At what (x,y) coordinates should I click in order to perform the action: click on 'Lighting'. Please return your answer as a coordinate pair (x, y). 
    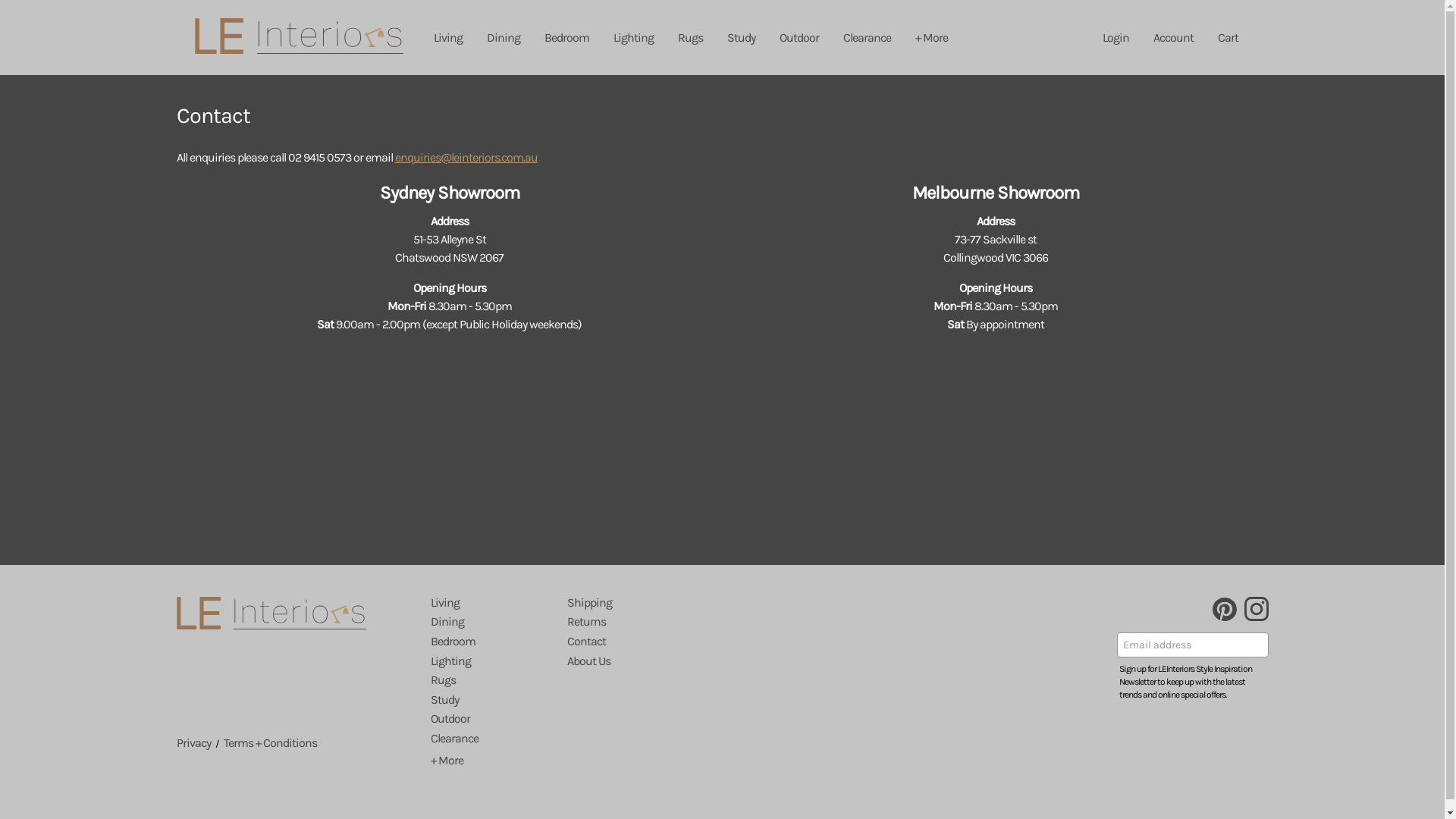
    Looking at the image, I should click on (429, 660).